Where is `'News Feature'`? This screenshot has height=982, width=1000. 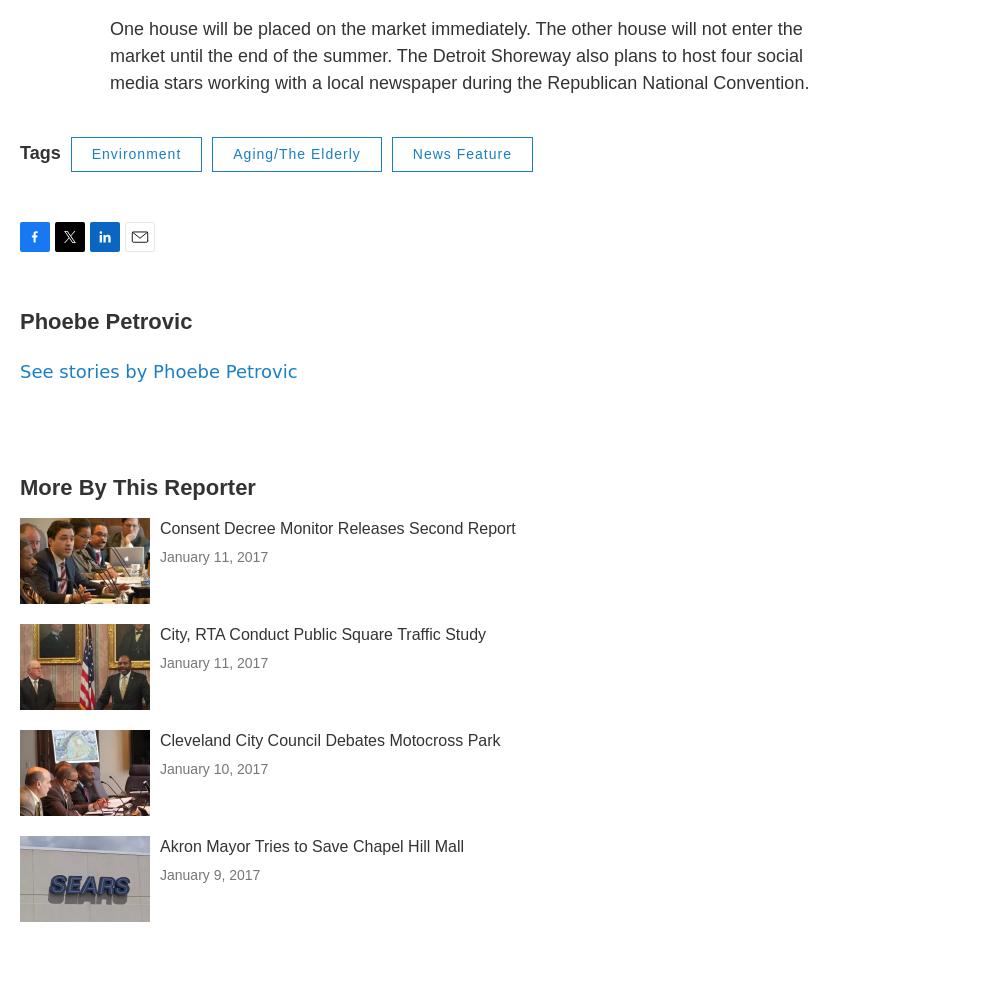
'News Feature' is located at coordinates (460, 152).